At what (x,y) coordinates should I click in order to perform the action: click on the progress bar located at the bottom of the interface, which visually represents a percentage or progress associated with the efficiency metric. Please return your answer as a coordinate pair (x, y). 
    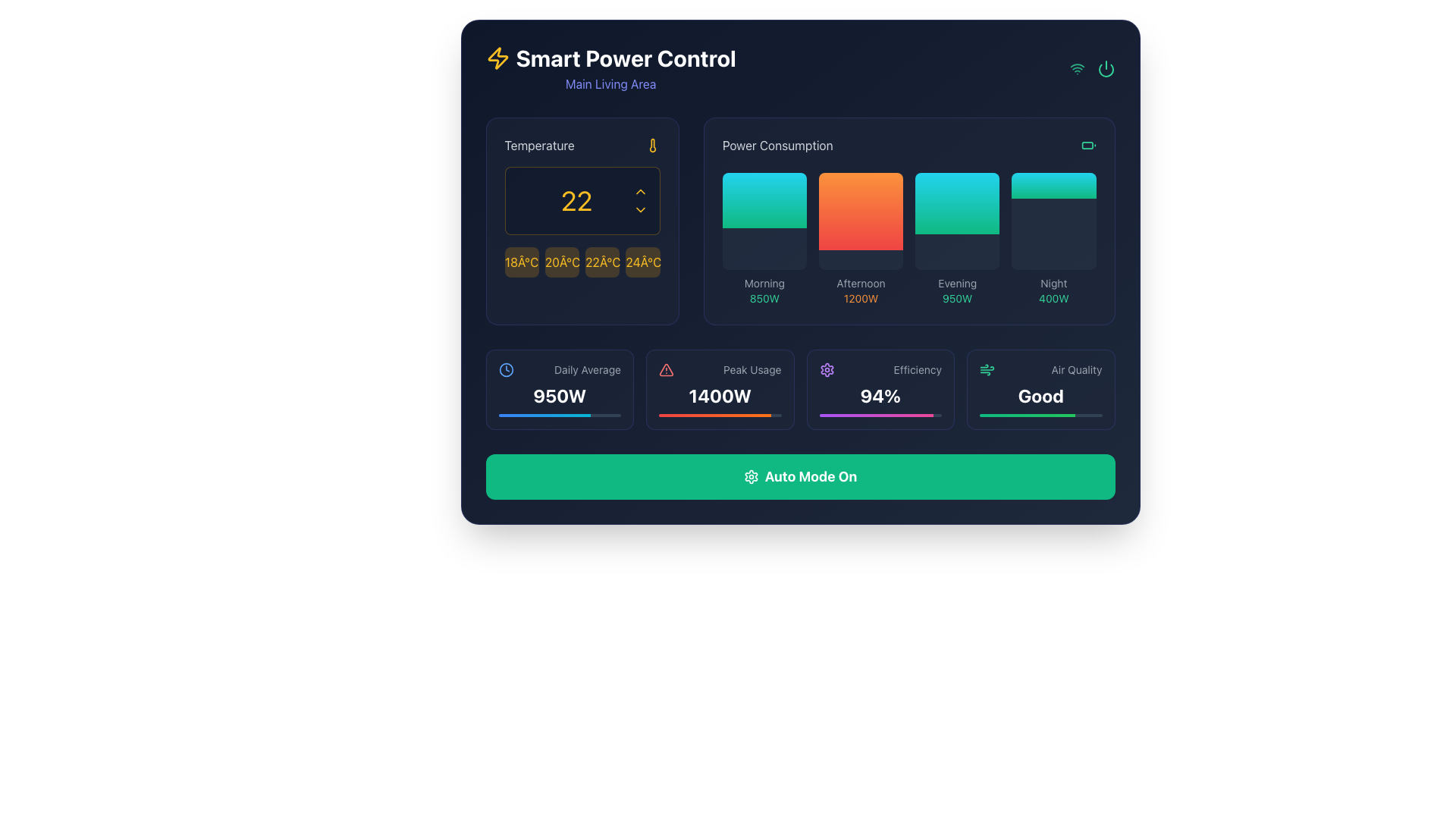
    Looking at the image, I should click on (1027, 415).